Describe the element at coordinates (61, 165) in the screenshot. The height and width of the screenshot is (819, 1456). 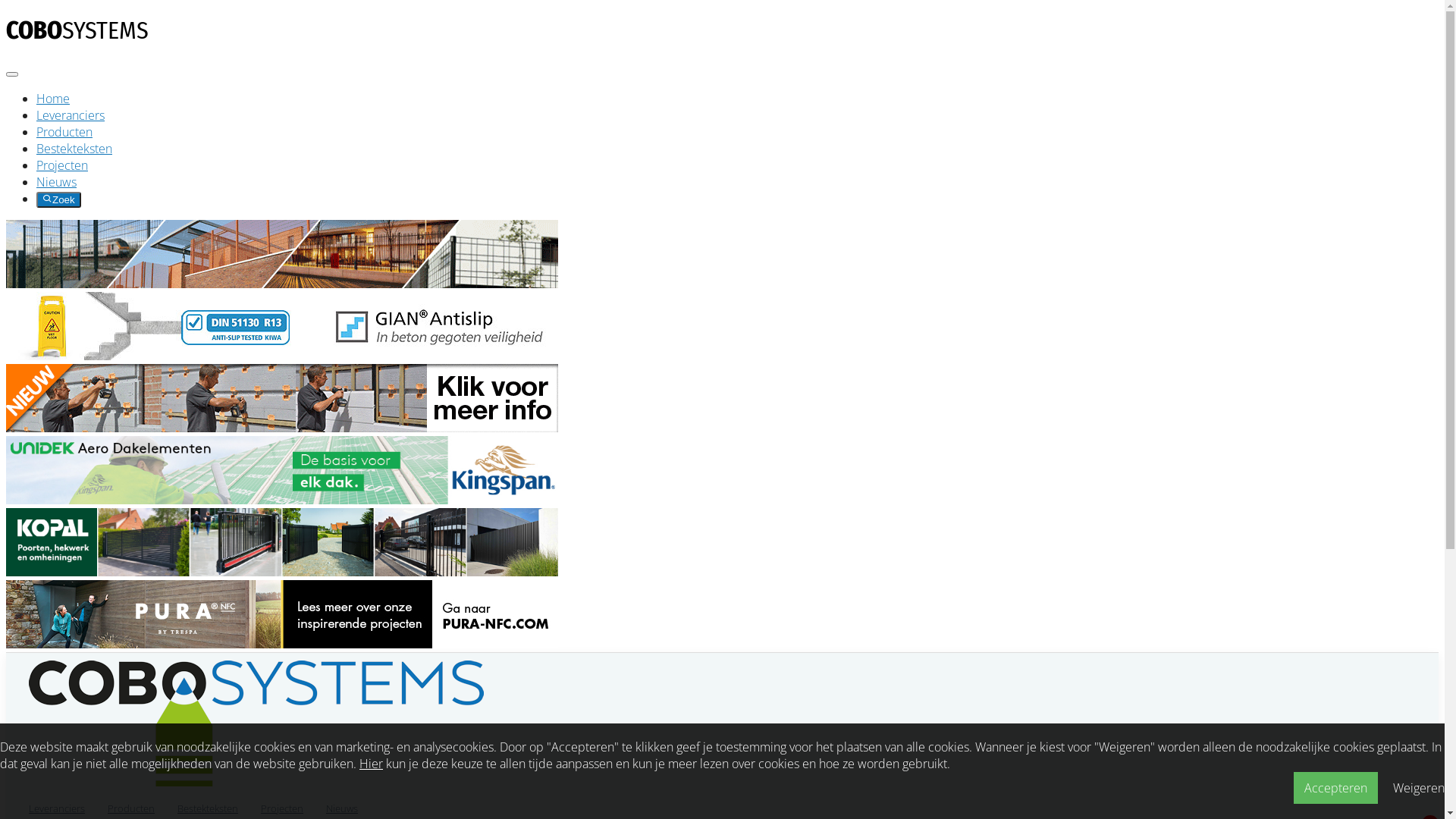
I see `'Projecten'` at that location.